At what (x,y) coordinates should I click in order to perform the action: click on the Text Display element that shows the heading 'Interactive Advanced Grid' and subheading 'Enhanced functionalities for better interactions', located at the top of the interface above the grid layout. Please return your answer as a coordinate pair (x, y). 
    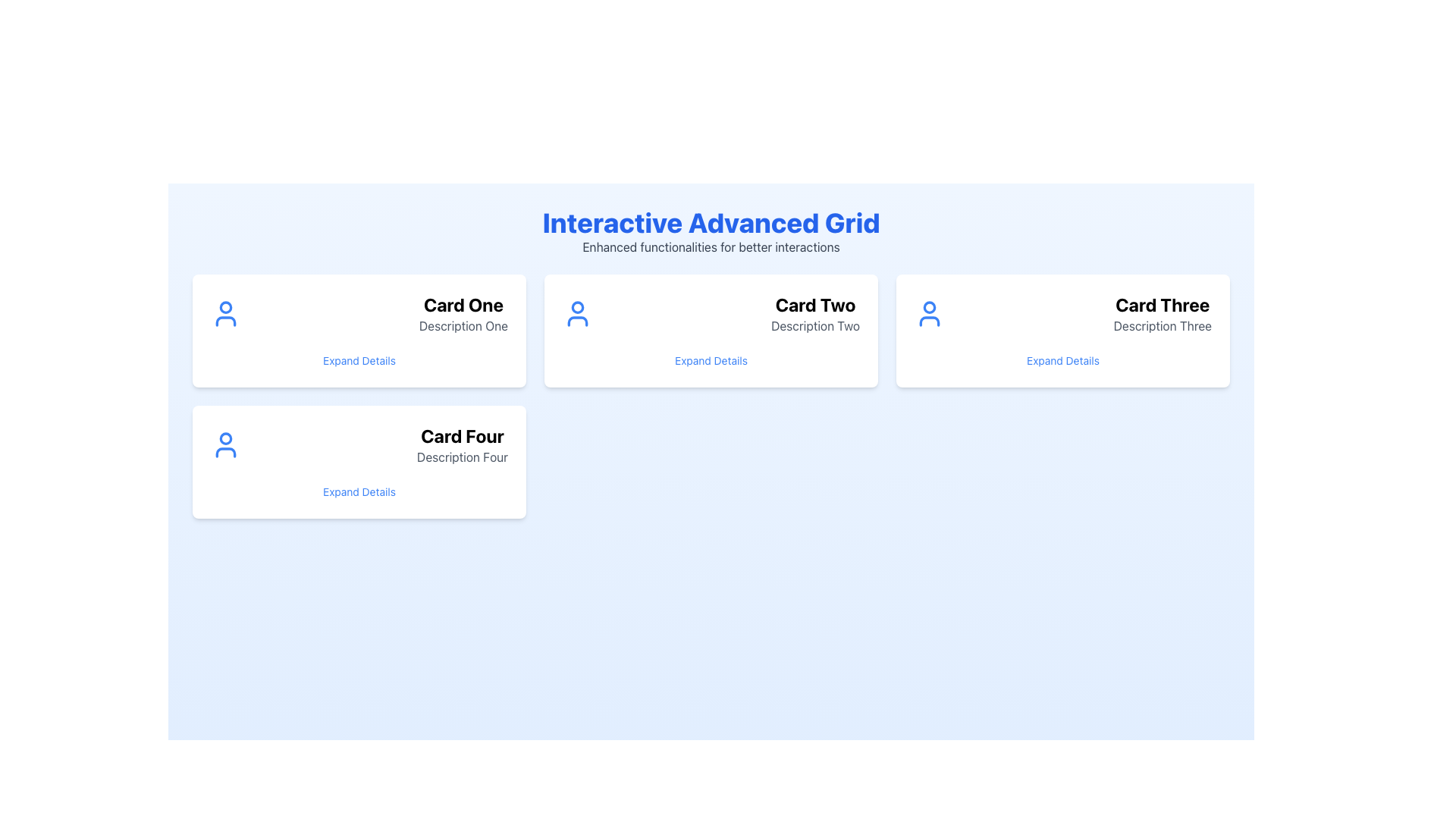
    Looking at the image, I should click on (710, 231).